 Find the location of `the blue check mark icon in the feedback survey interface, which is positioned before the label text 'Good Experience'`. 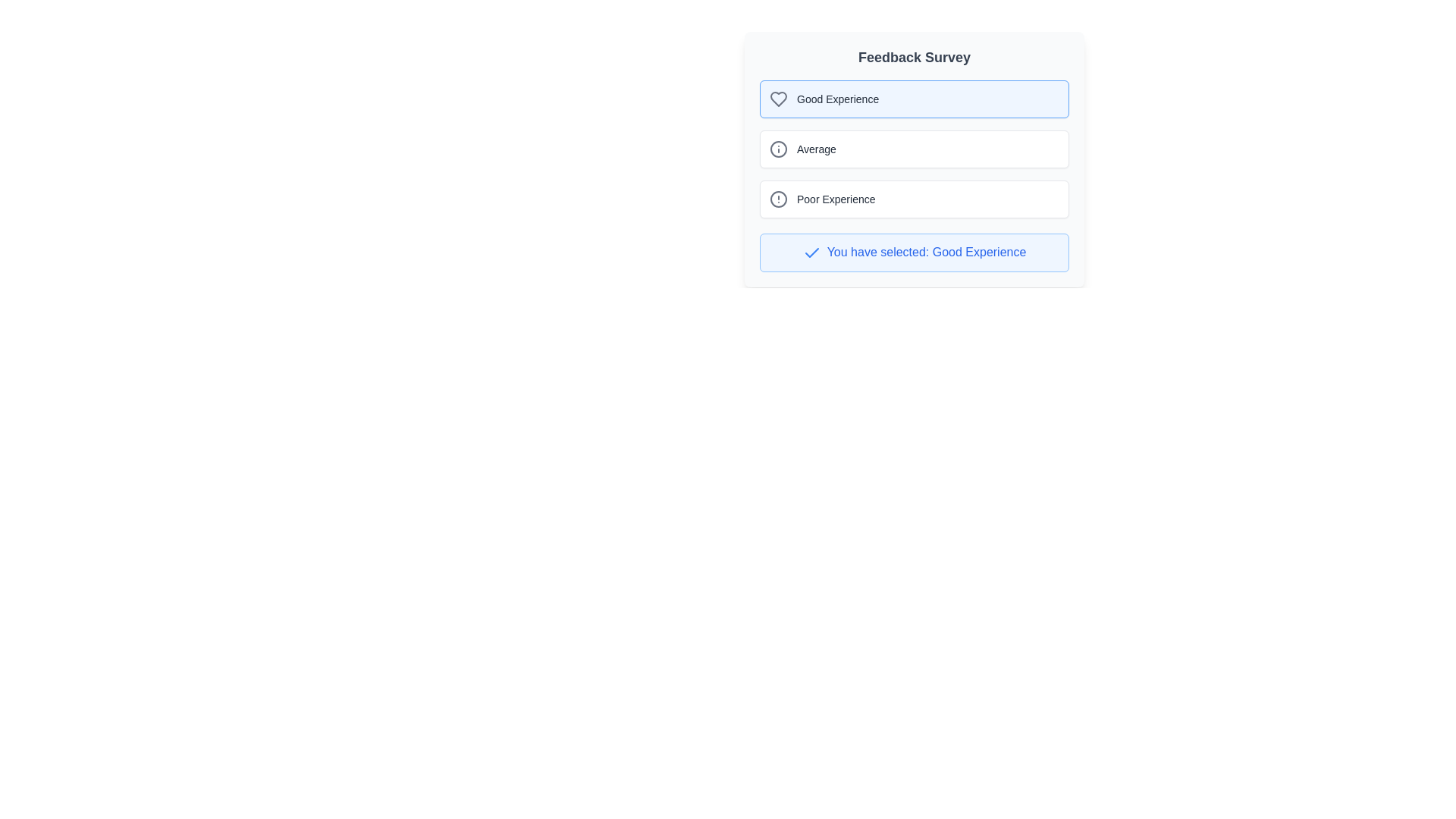

the blue check mark icon in the feedback survey interface, which is positioned before the label text 'Good Experience' is located at coordinates (811, 252).